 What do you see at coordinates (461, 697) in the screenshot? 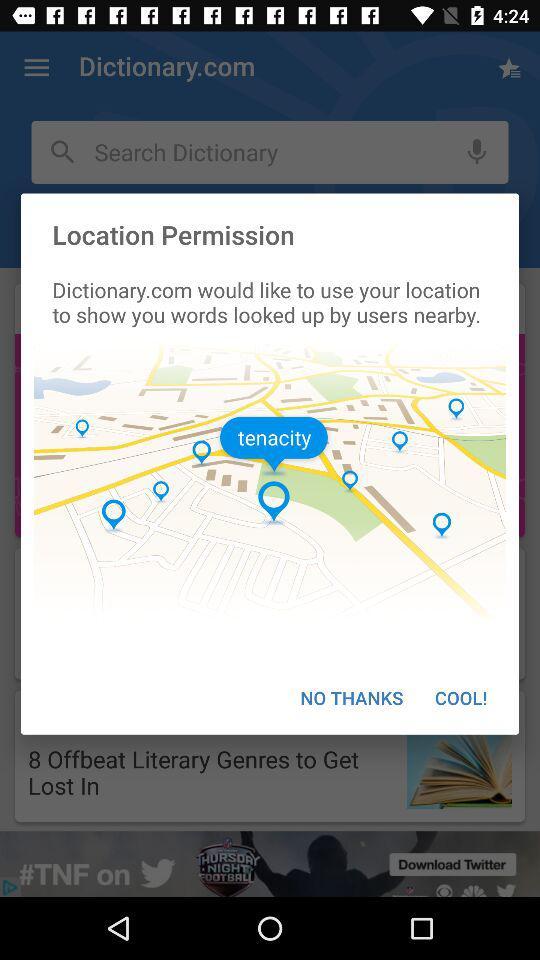
I see `cool! icon` at bounding box center [461, 697].